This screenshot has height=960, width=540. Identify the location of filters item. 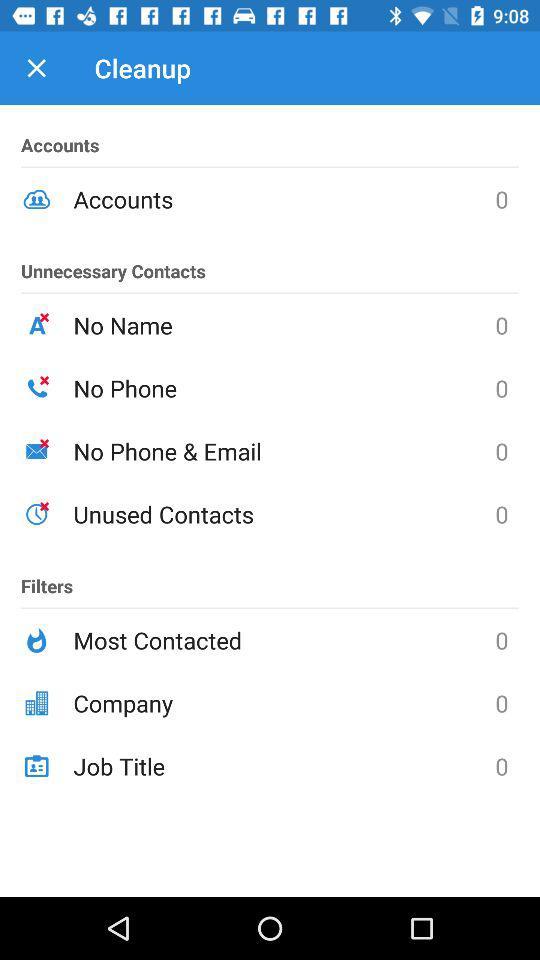
(47, 577).